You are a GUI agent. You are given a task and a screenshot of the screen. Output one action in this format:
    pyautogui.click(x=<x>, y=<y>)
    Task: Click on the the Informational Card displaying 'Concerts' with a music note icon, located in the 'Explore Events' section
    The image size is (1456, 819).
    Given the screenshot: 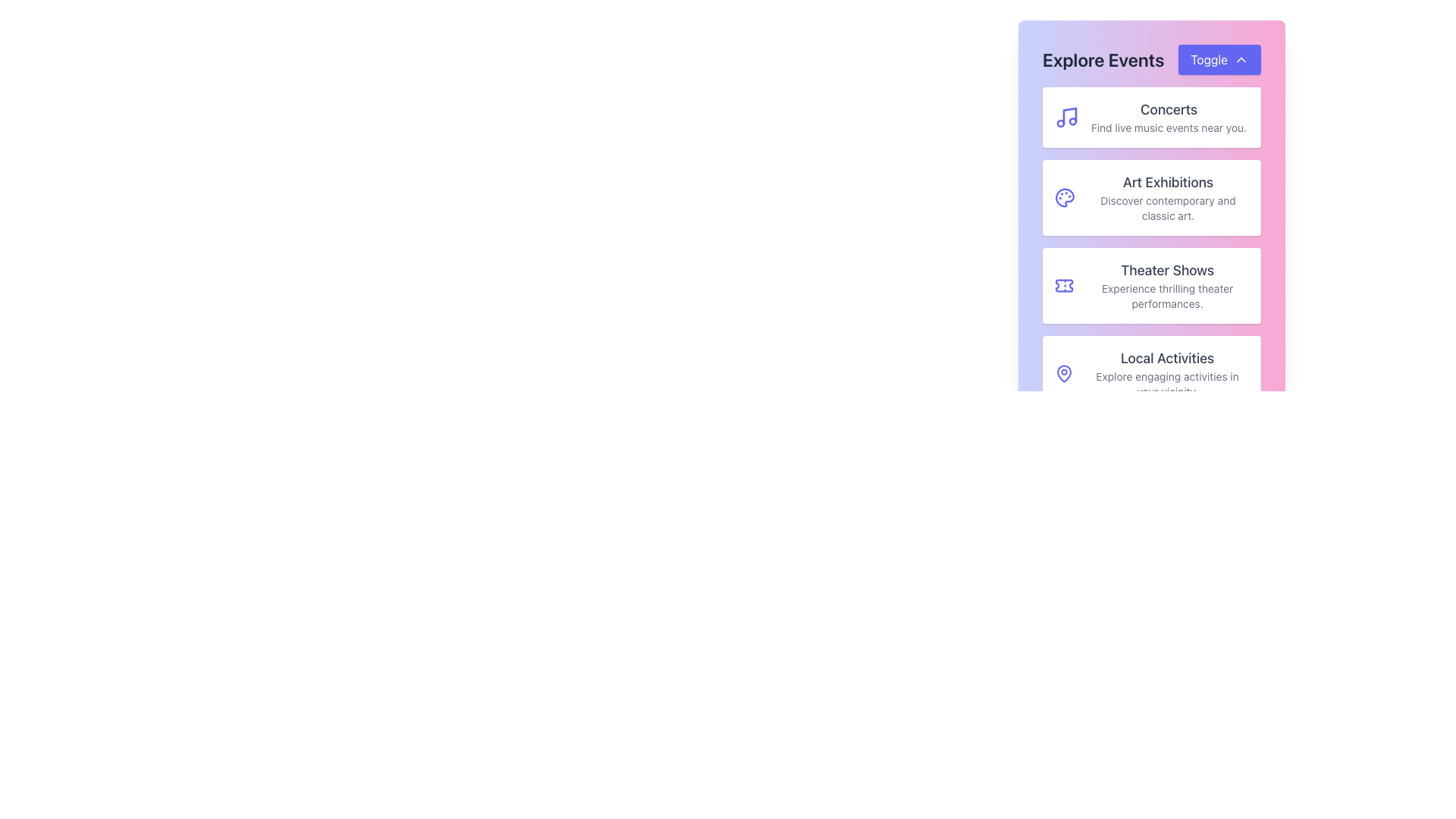 What is the action you would take?
    pyautogui.click(x=1151, y=116)
    